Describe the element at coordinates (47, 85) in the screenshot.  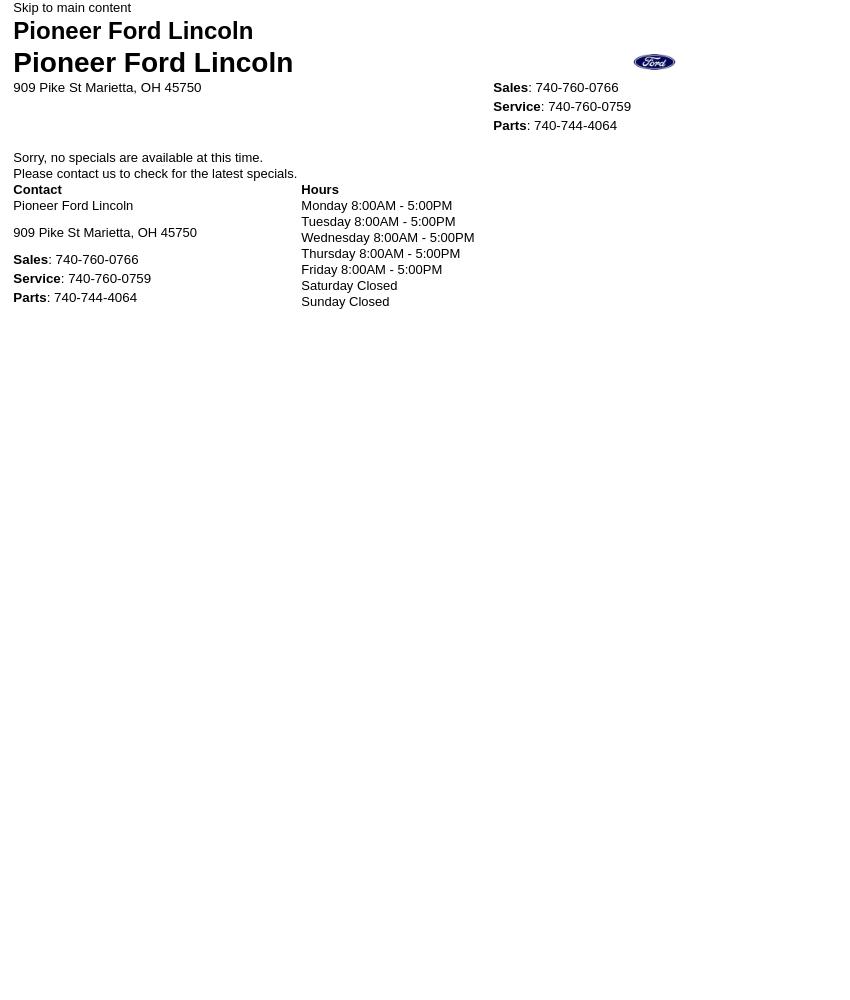
I see `'909 Pike St'` at that location.